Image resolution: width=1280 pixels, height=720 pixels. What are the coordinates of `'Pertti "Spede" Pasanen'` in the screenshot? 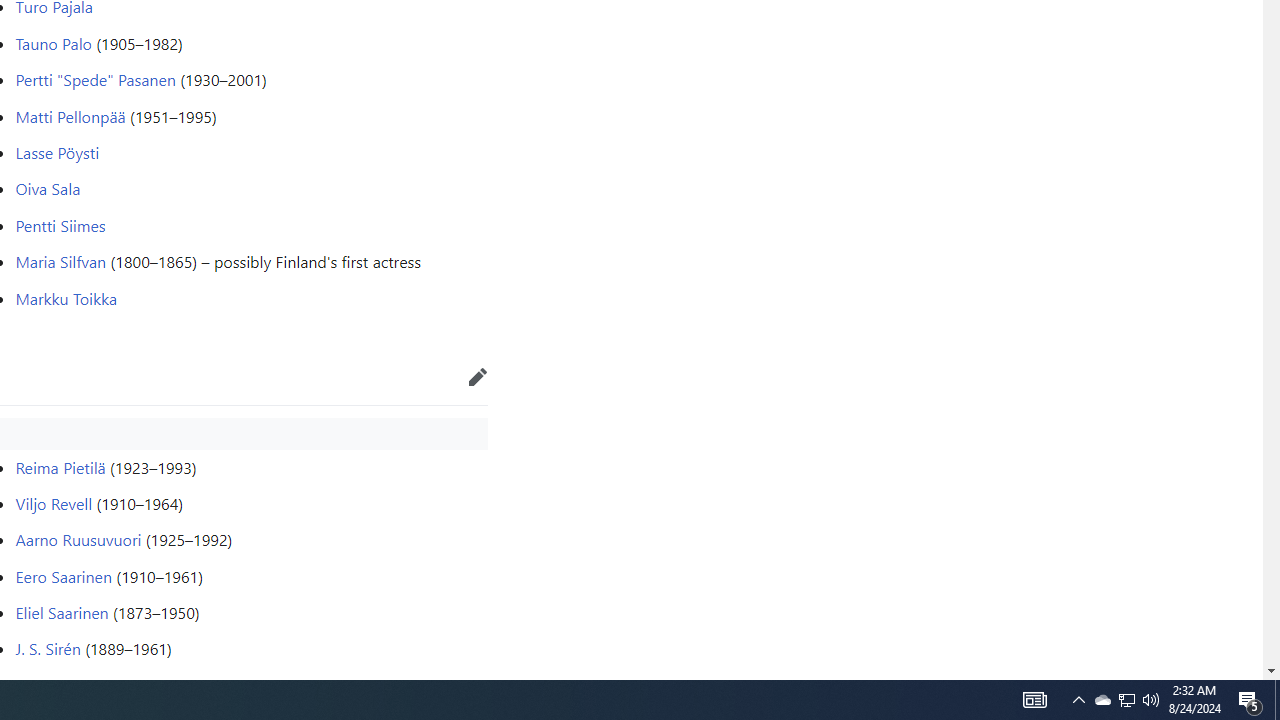 It's located at (95, 78).